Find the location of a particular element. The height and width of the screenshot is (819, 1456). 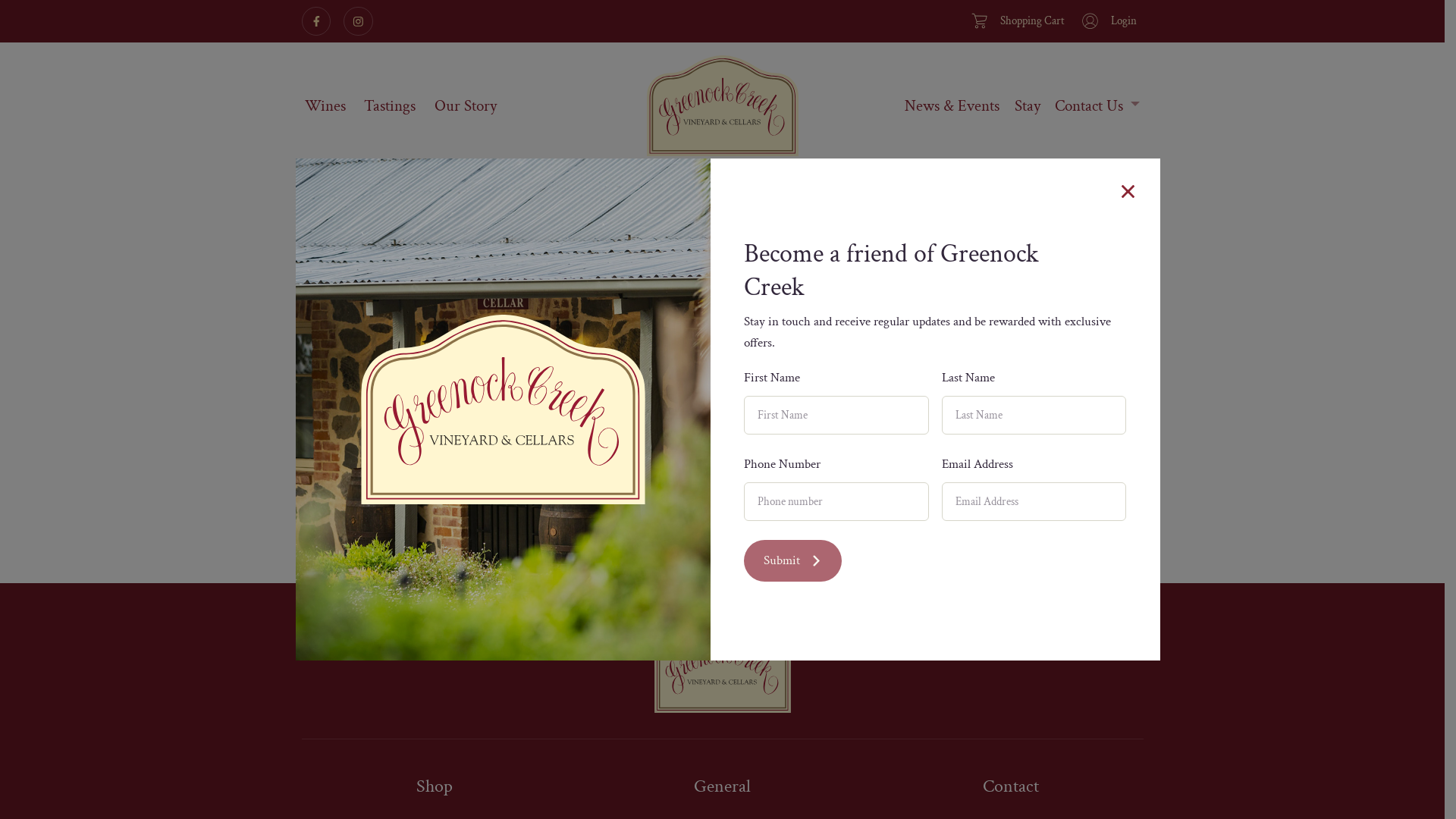

'Tastings' is located at coordinates (359, 105).